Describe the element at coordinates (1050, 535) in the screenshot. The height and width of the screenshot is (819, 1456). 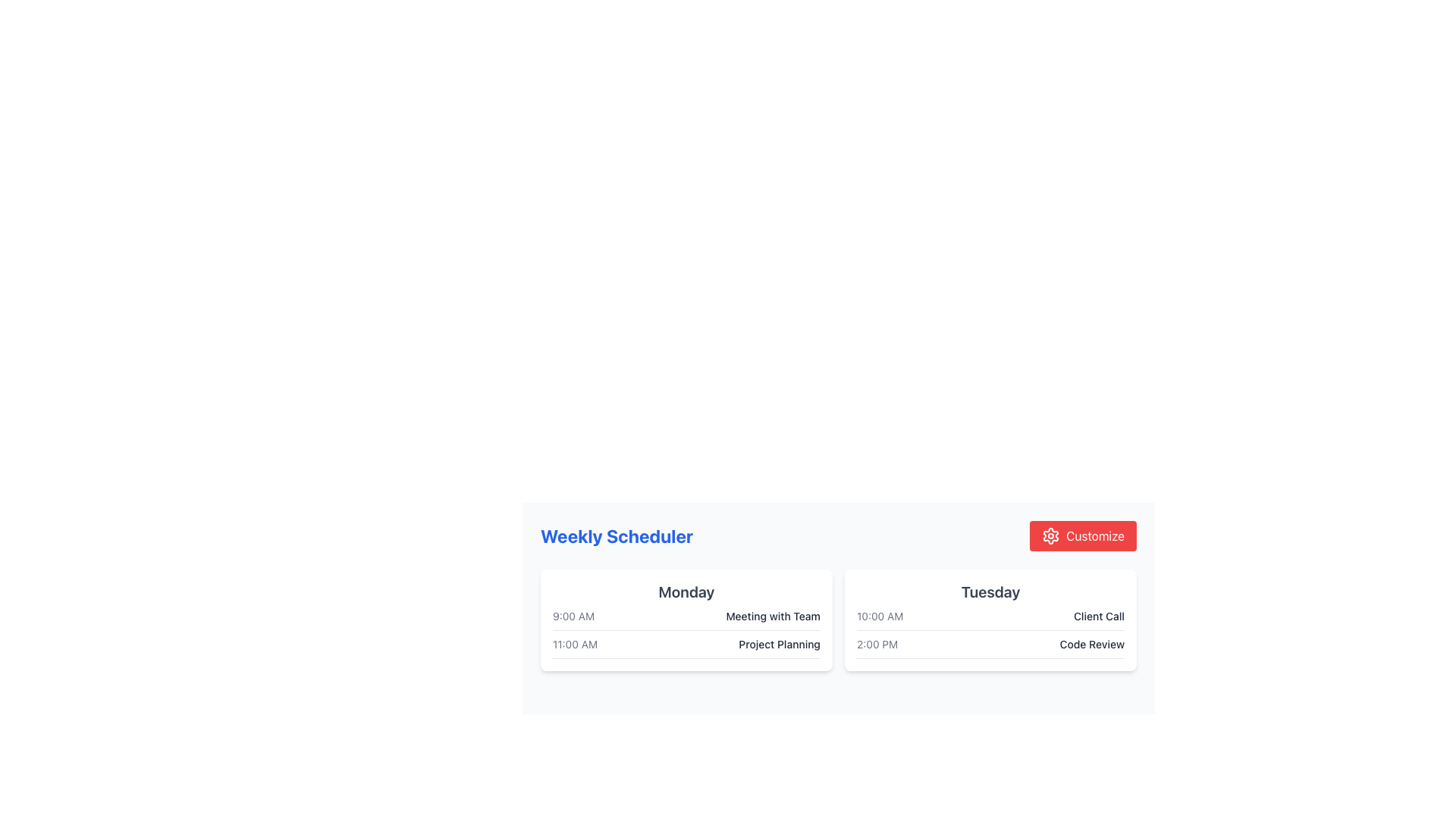
I see `the cogwheel icon, which is styled with a red color fill and located at the top right corner of the widget, adjacent to the 'Customize' label` at that location.